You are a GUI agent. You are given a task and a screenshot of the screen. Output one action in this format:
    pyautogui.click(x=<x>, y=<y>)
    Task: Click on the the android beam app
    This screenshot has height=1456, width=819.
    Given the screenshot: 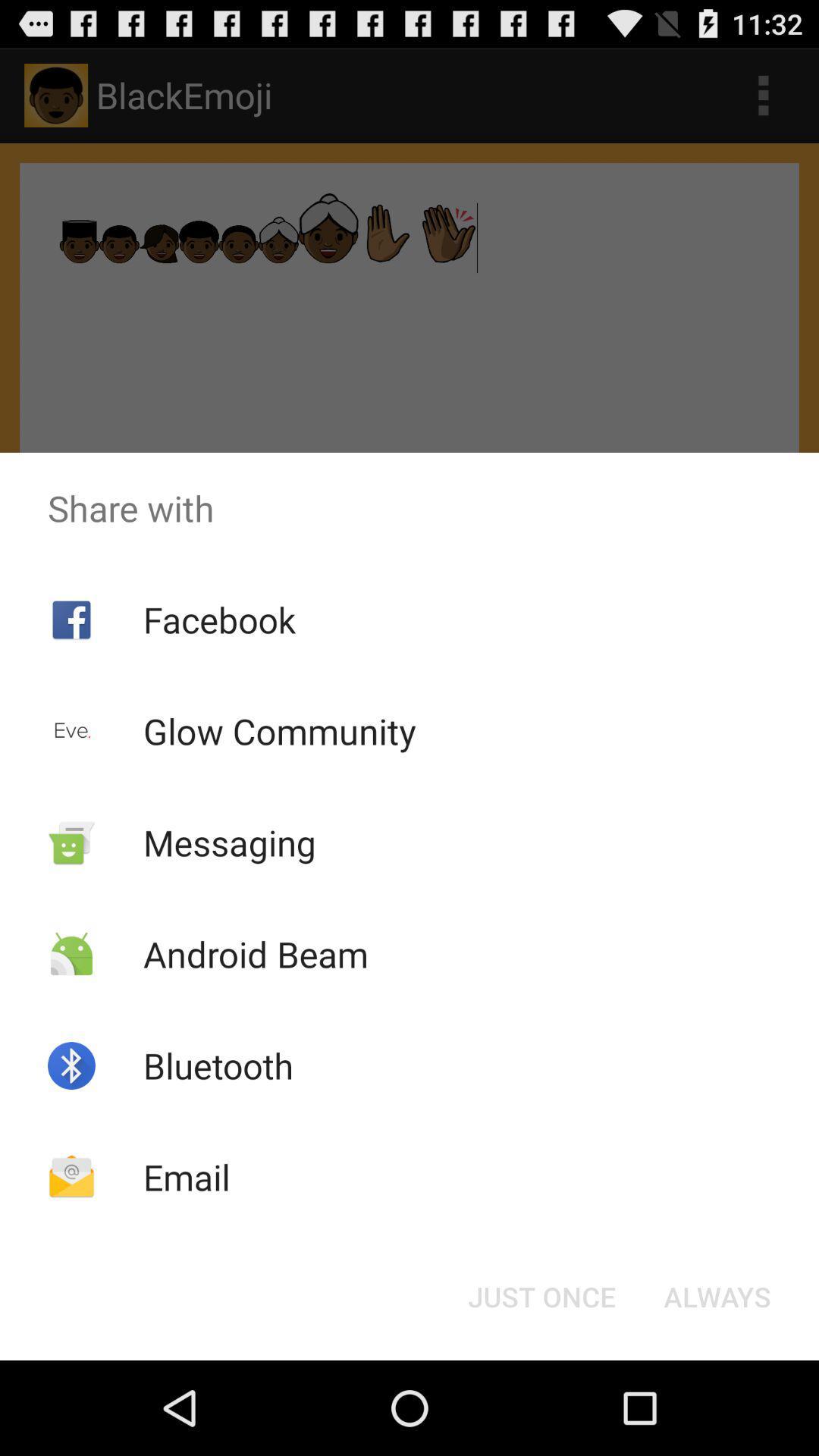 What is the action you would take?
    pyautogui.click(x=255, y=953)
    